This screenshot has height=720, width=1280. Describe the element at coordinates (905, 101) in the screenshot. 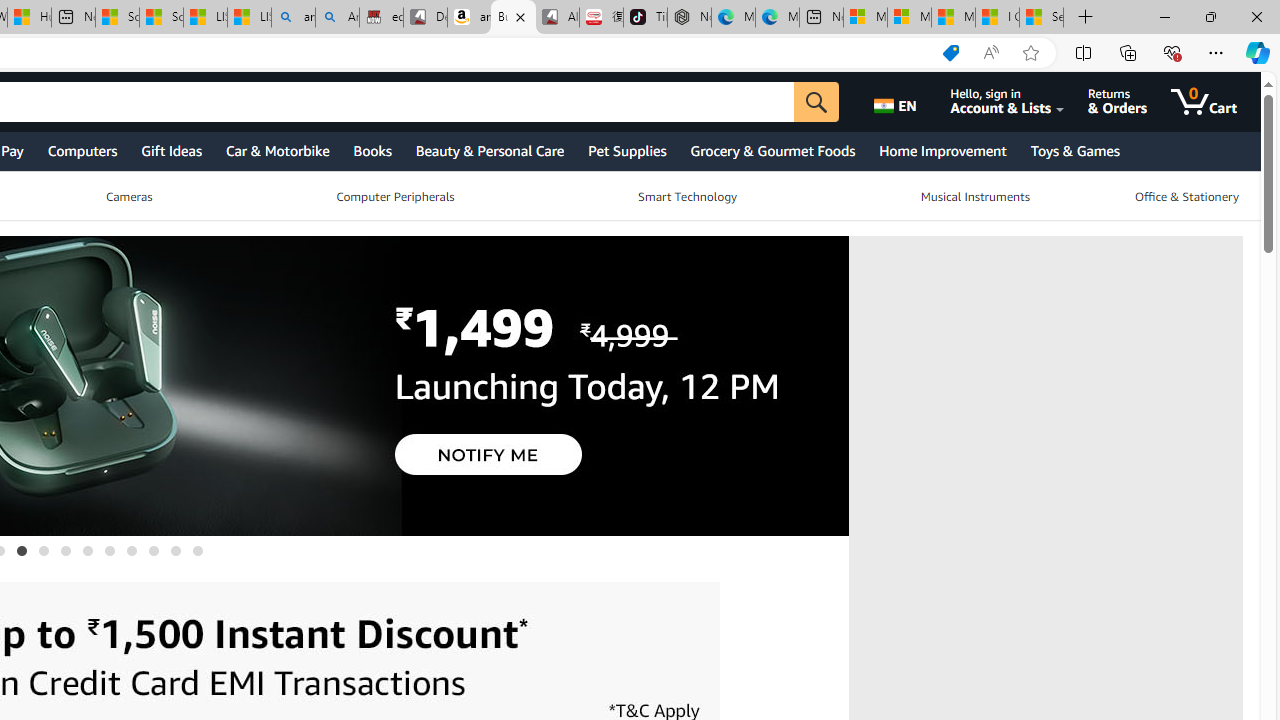

I see `'Choose a language for shopping.'` at that location.